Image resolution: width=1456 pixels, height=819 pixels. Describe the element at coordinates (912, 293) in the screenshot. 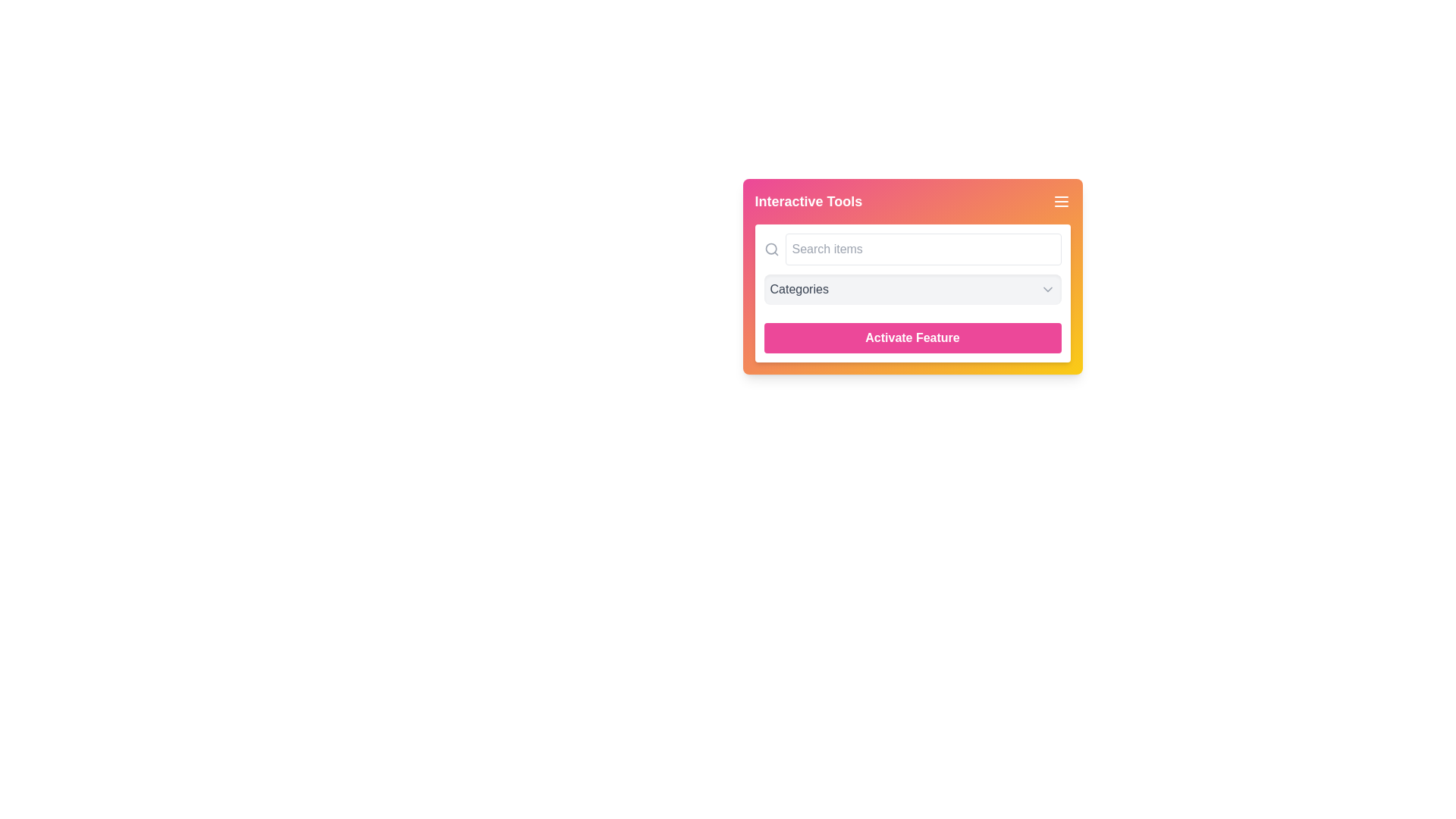

I see `the dropdown within the category selection tool located in the multi-colored gradient box titled 'Interactive Tools'` at that location.